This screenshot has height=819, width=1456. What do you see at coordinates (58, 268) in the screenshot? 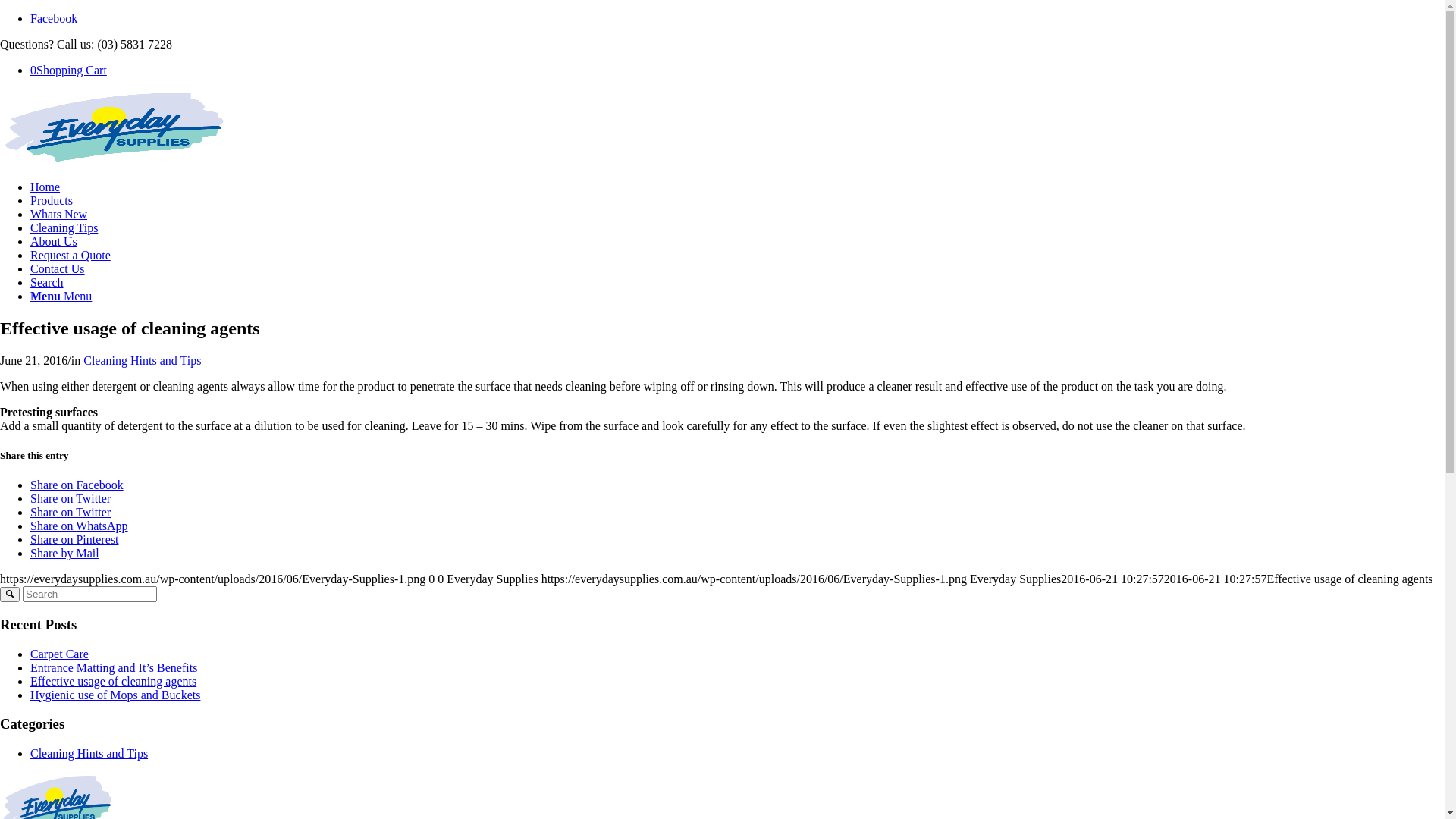
I see `'Contact Us'` at bounding box center [58, 268].